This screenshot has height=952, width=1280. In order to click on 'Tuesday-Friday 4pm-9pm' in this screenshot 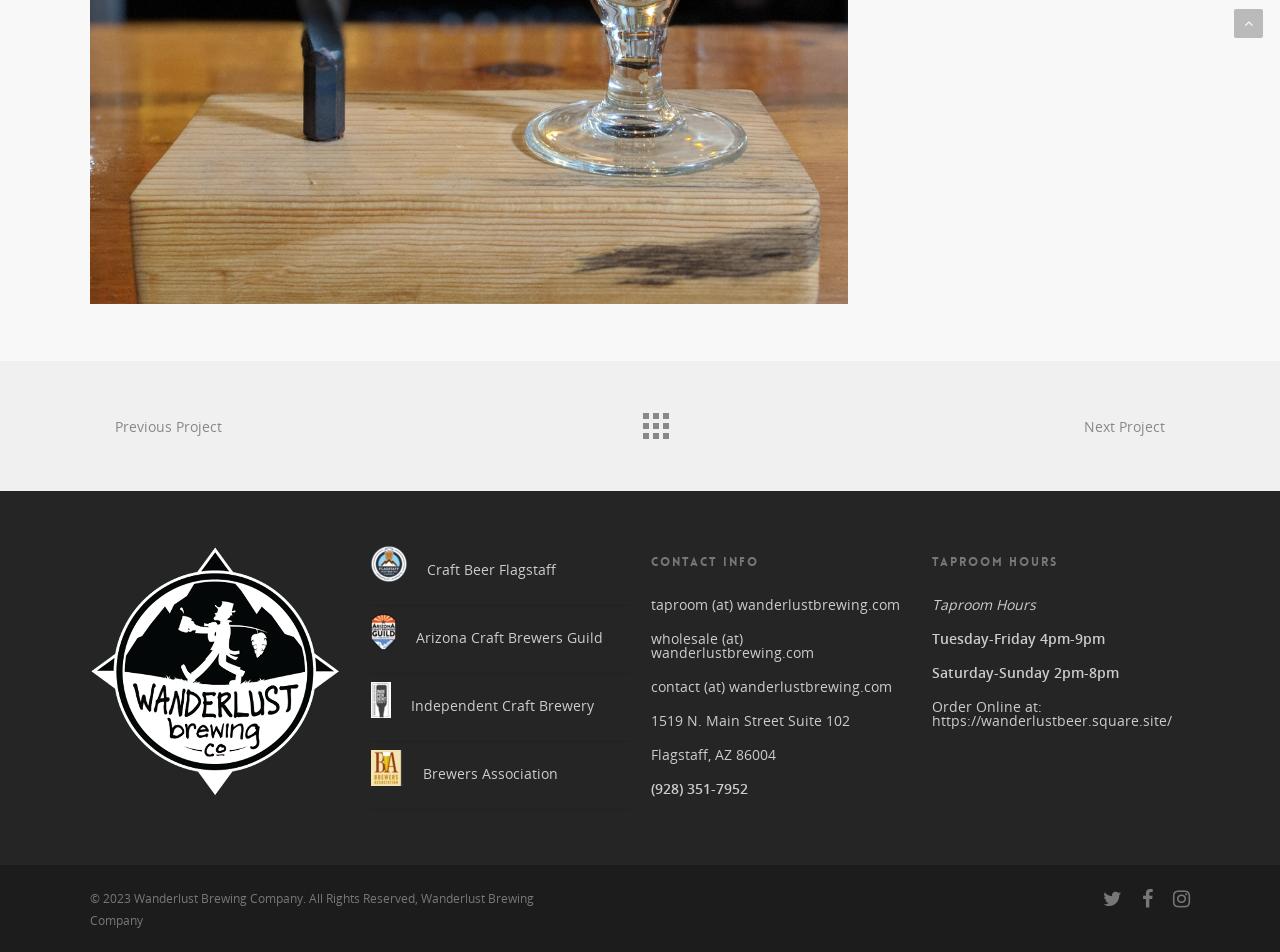, I will do `click(1017, 630)`.